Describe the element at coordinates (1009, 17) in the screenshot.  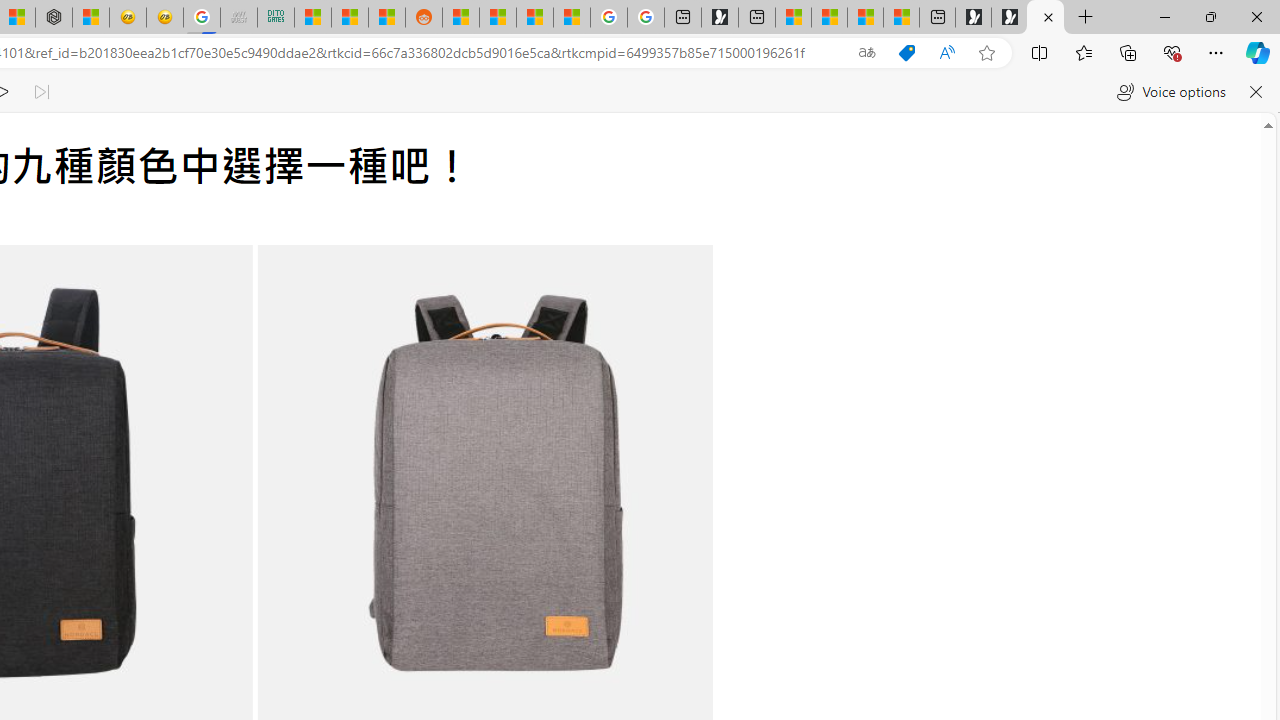
I see `'Play Free Online Games | Games from Microsoft Start'` at that location.